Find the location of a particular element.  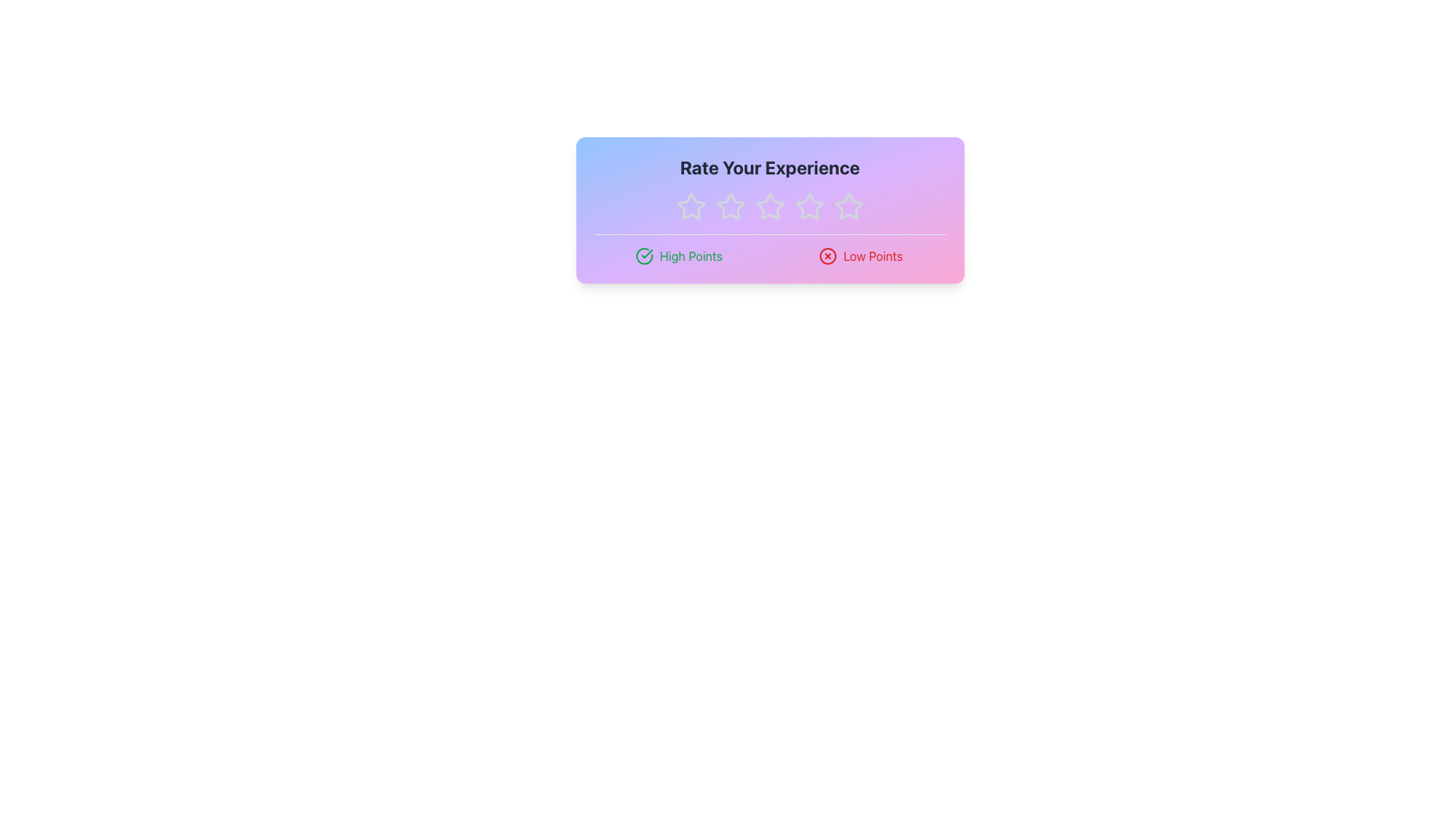

the 'Low Points' label styled in red with an accompanying red circular icon containing an 'X', located on the right side of a horizontal layout below a row of star icons is located at coordinates (861, 256).